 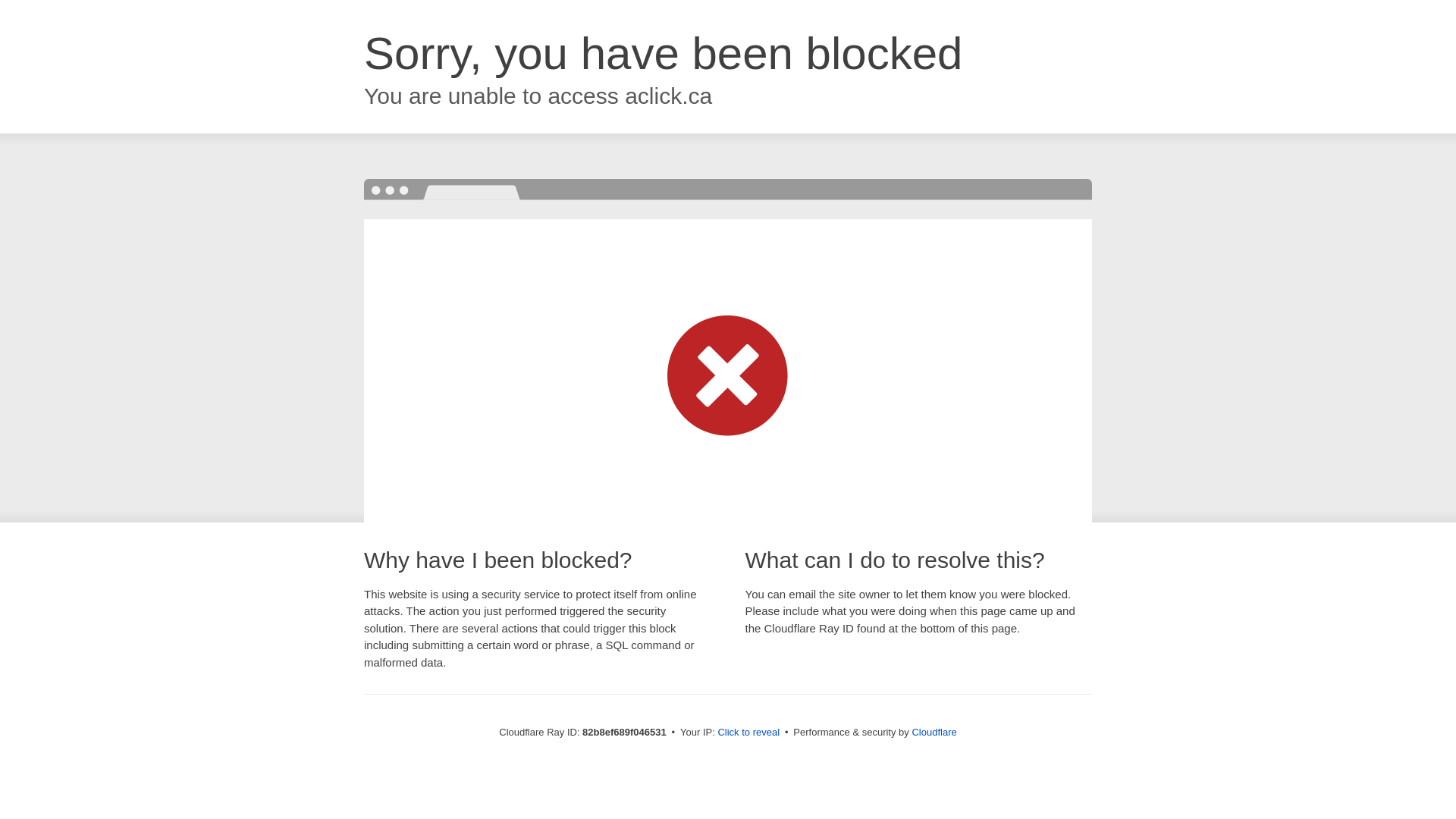 What do you see at coordinates (748, 731) in the screenshot?
I see `'Click to reveal'` at bounding box center [748, 731].